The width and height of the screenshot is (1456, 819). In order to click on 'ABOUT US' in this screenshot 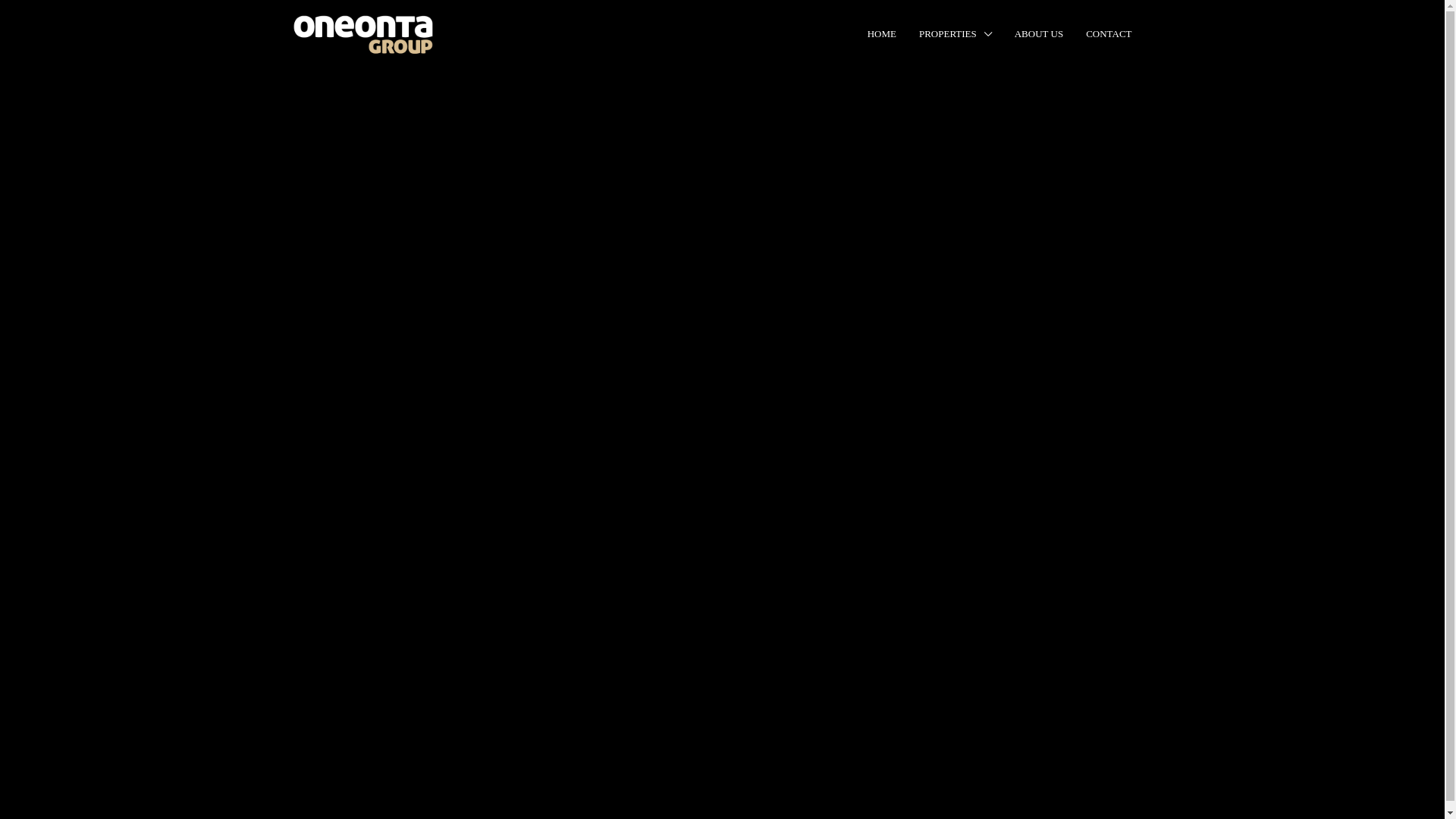, I will do `click(1037, 34)`.